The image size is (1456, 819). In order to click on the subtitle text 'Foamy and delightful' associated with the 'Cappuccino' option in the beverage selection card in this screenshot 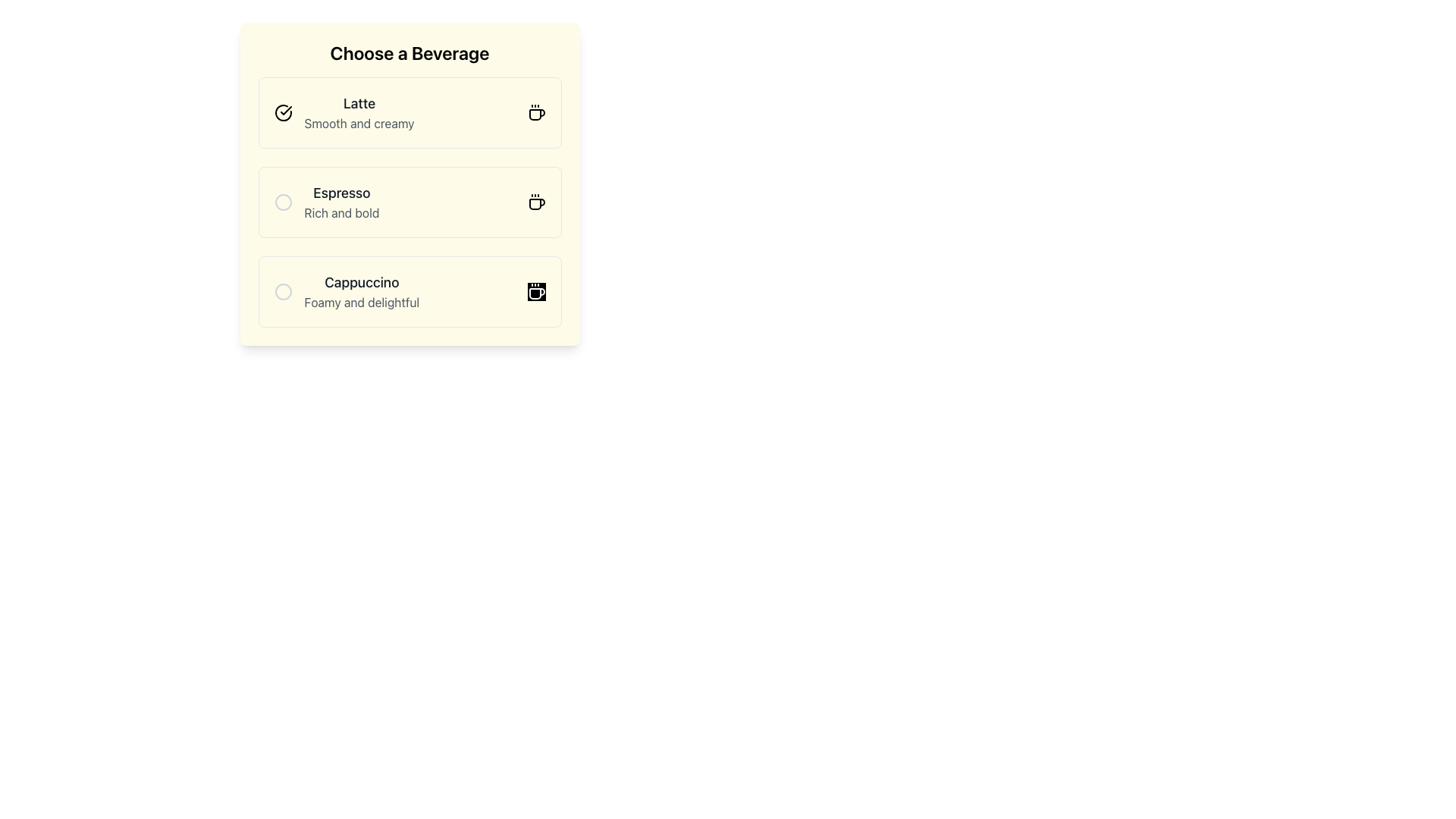, I will do `click(361, 302)`.